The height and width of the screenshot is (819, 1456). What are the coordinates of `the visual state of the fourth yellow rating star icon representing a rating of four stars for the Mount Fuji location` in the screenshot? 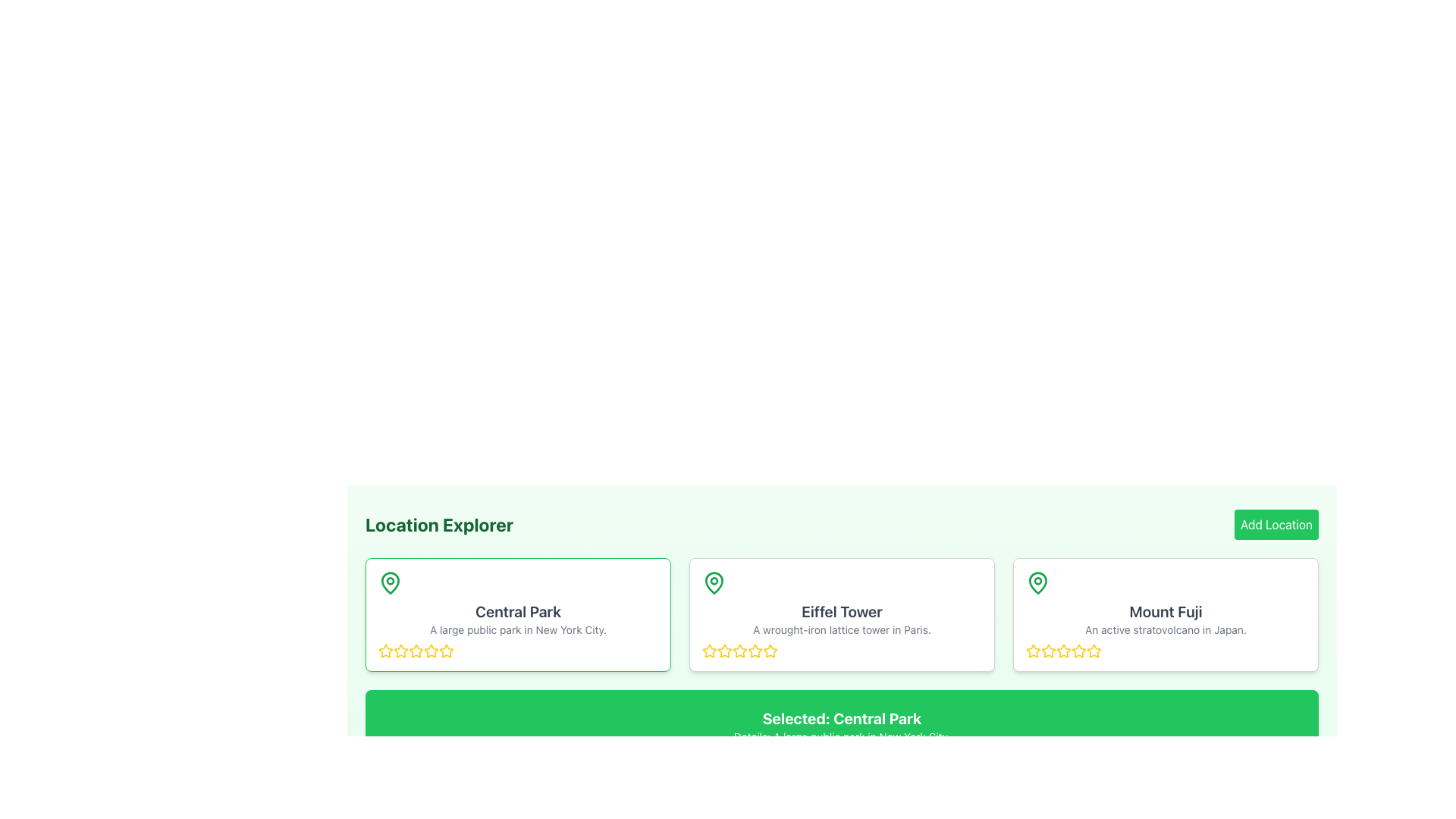 It's located at (1062, 651).